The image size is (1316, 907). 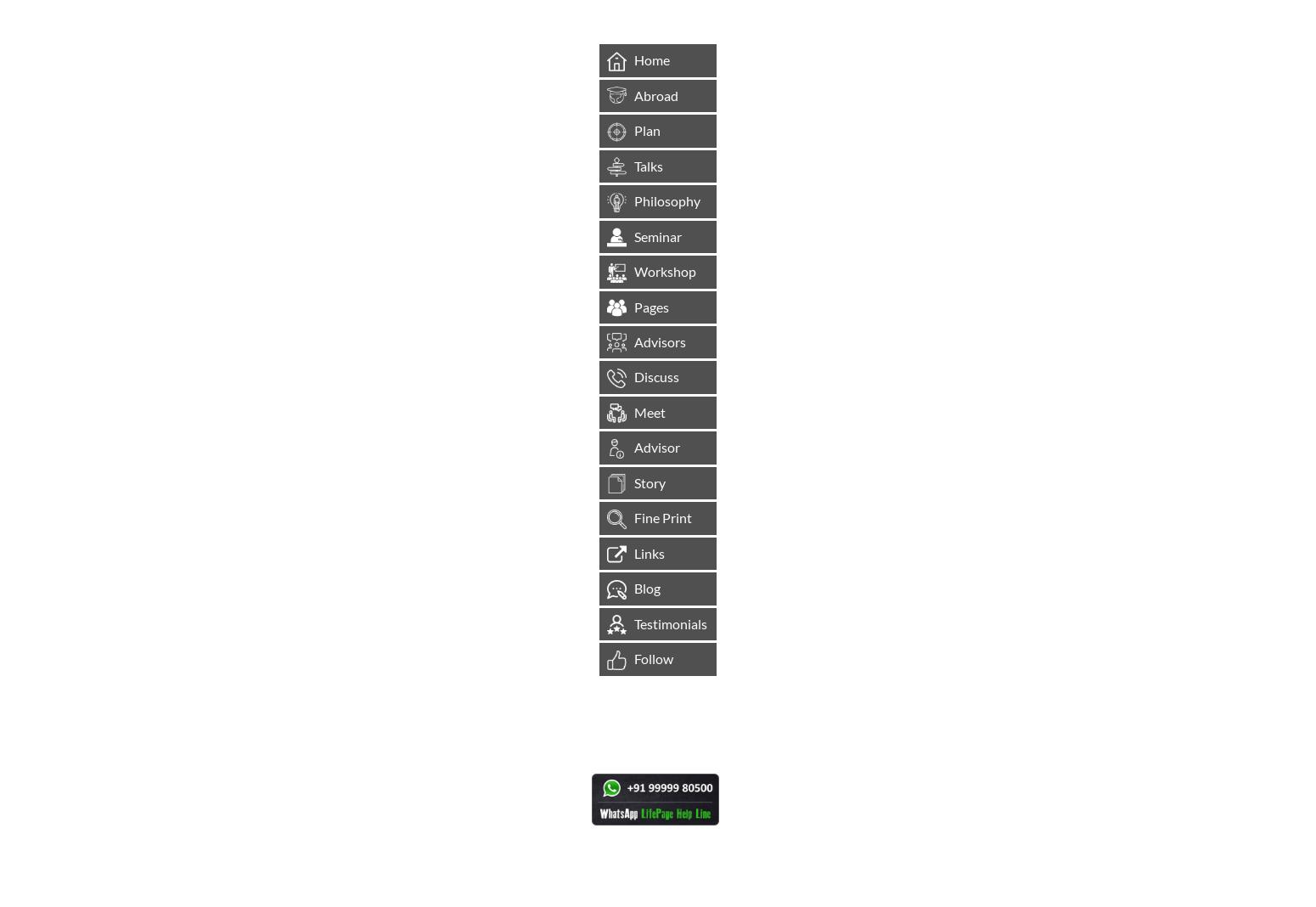 What do you see at coordinates (629, 376) in the screenshot?
I see `'Discuss'` at bounding box center [629, 376].